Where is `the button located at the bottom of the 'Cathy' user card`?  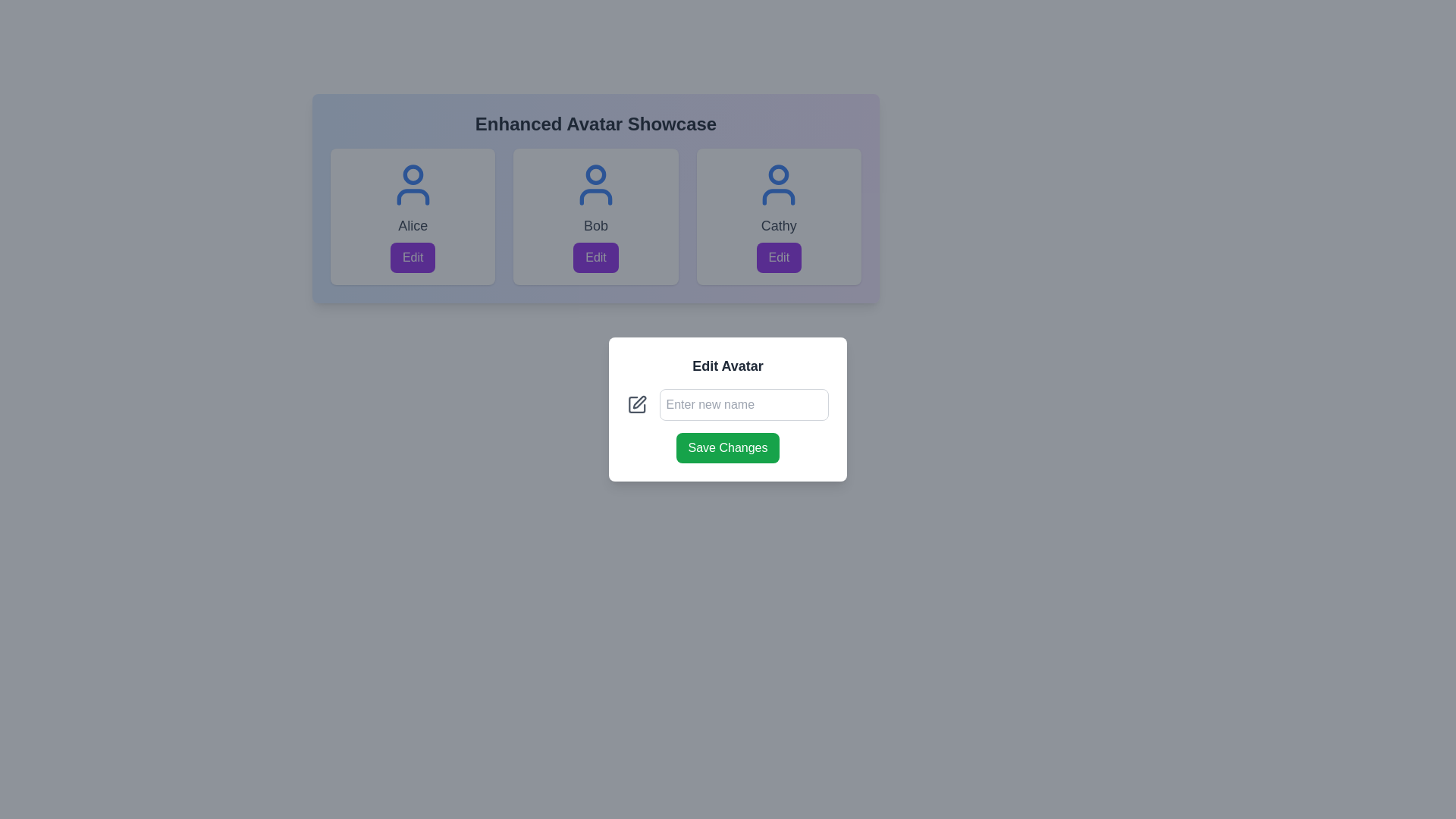
the button located at the bottom of the 'Cathy' user card is located at coordinates (779, 256).